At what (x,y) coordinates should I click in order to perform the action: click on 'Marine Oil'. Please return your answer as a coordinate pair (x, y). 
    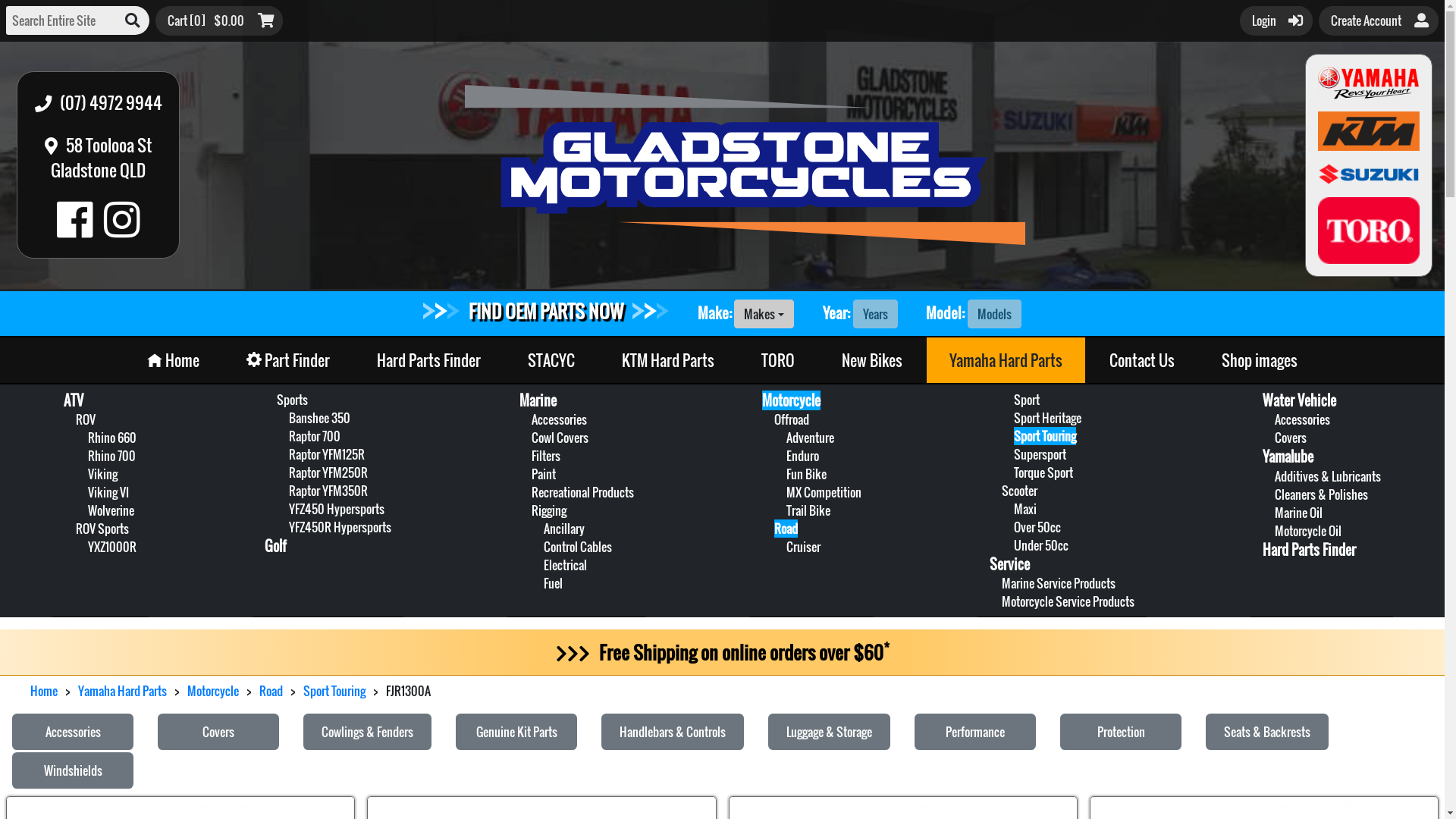
    Looking at the image, I should click on (1298, 512).